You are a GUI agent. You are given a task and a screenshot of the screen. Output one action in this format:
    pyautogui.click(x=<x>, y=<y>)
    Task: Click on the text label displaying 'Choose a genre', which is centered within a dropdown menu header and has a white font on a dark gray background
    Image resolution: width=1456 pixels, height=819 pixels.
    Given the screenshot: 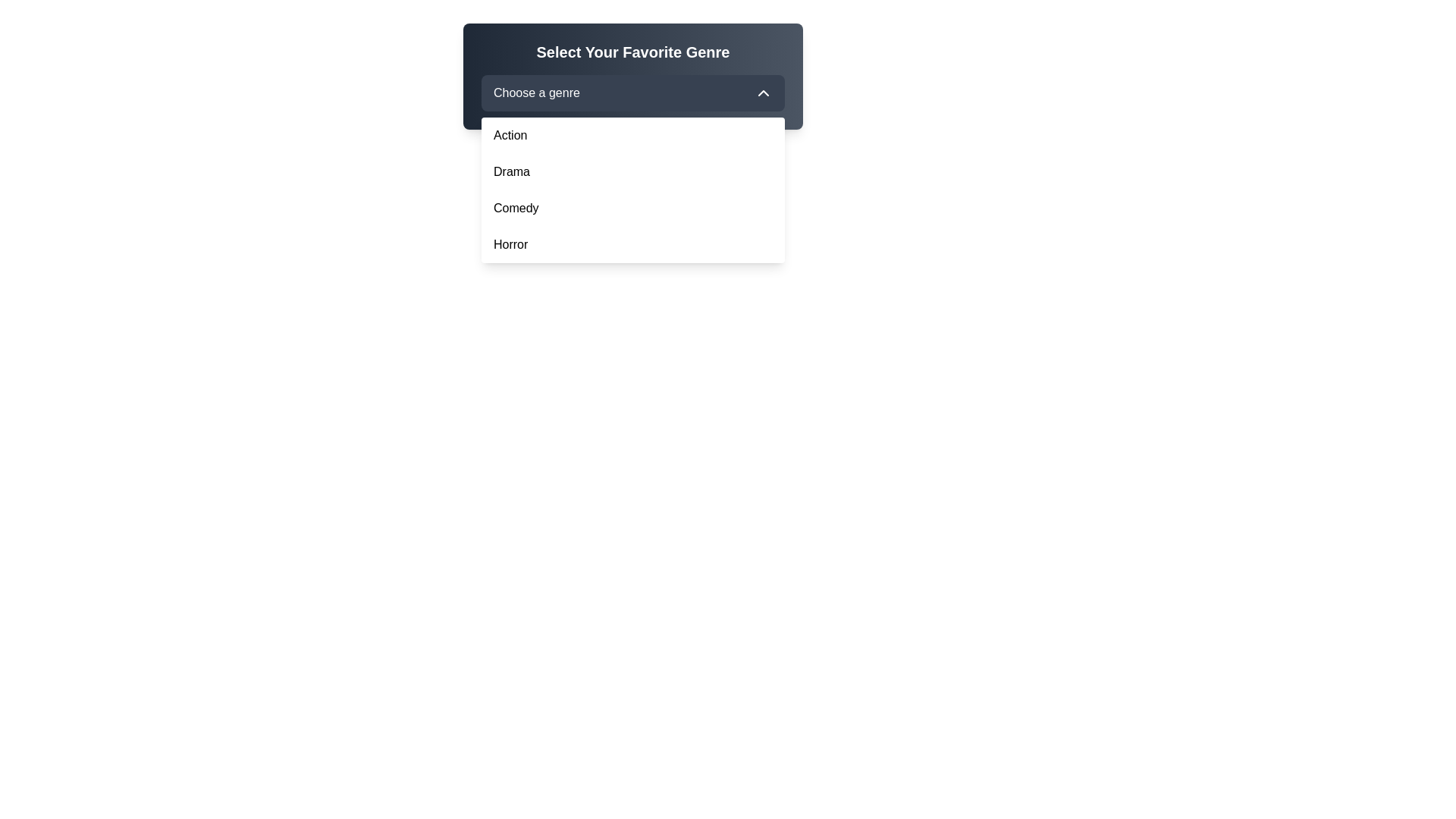 What is the action you would take?
    pyautogui.click(x=536, y=93)
    